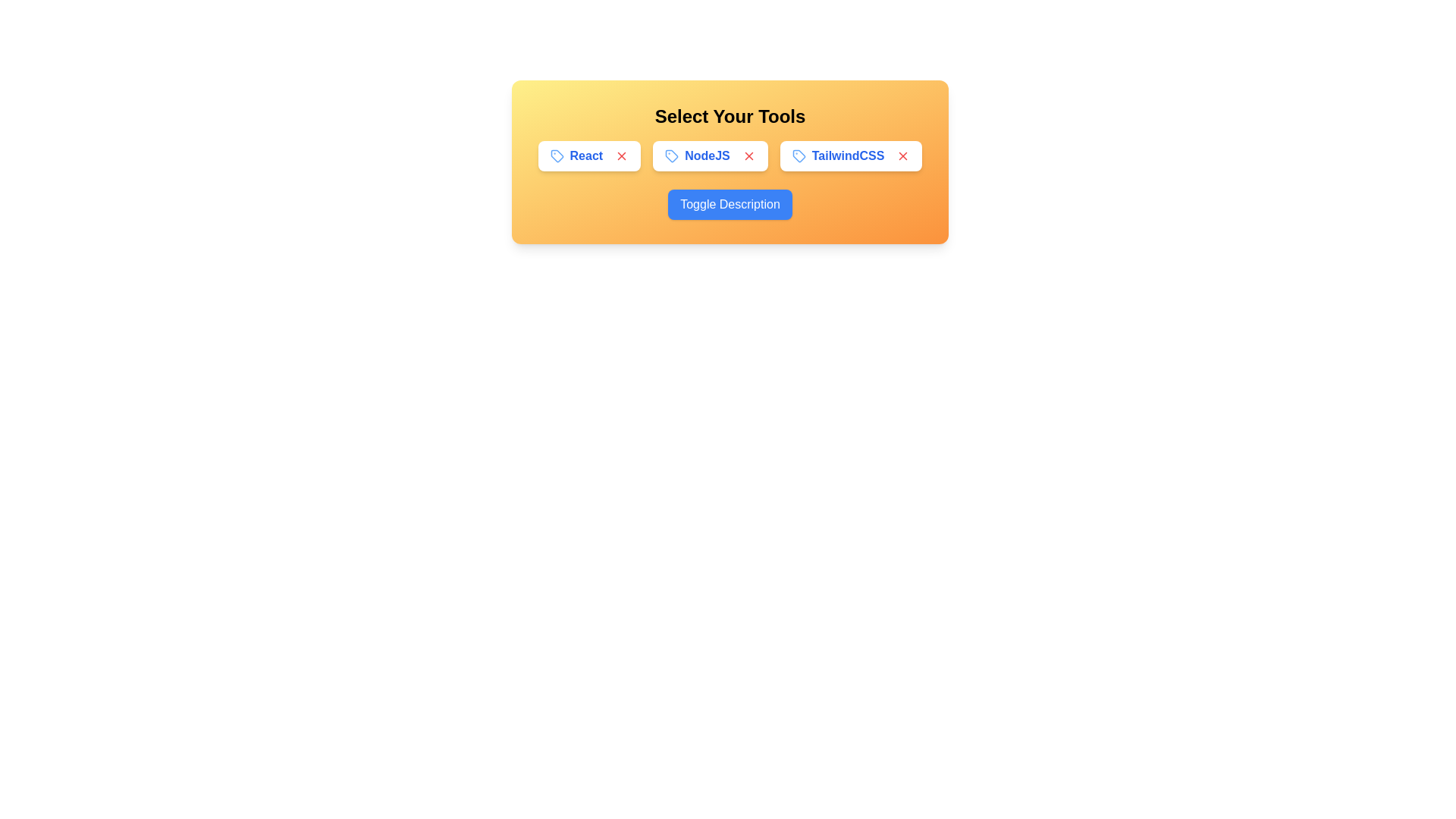  What do you see at coordinates (730, 205) in the screenshot?
I see `'Toggle Description' button` at bounding box center [730, 205].